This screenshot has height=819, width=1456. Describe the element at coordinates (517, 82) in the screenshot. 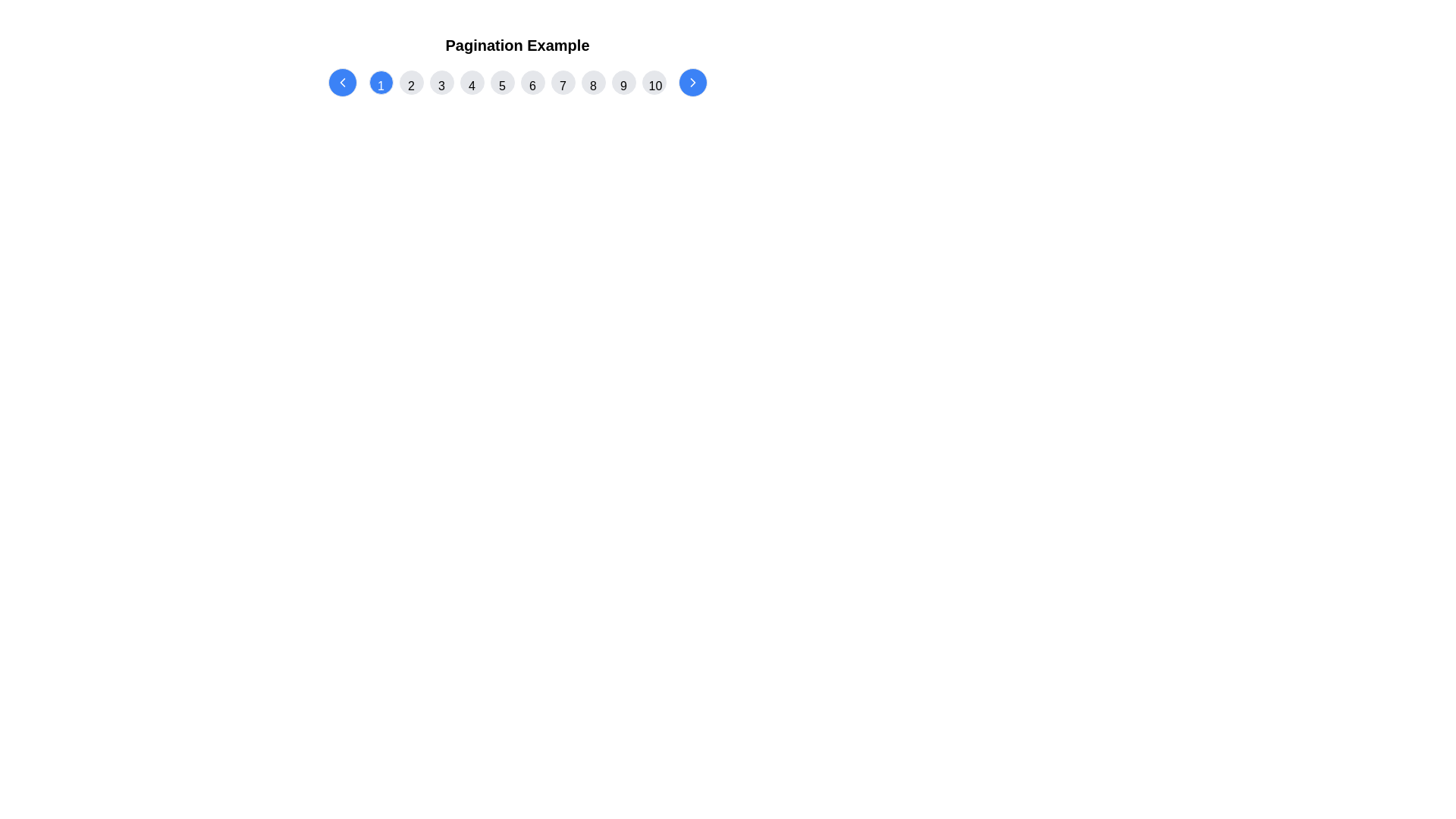

I see `the numeric button labeled '6' in the pagination component` at that location.